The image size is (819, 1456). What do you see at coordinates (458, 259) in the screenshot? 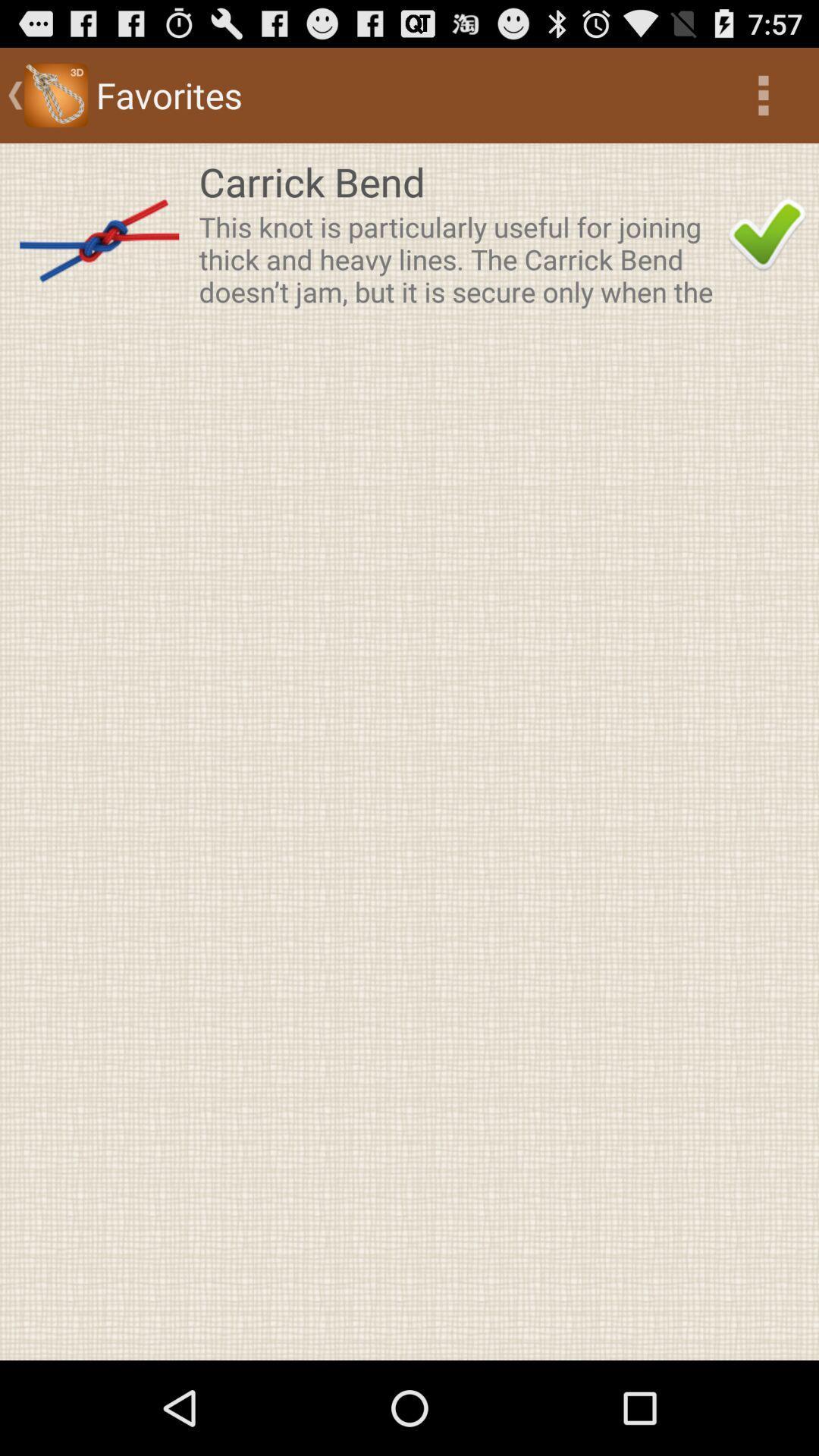
I see `the app below the carrick bend icon` at bounding box center [458, 259].